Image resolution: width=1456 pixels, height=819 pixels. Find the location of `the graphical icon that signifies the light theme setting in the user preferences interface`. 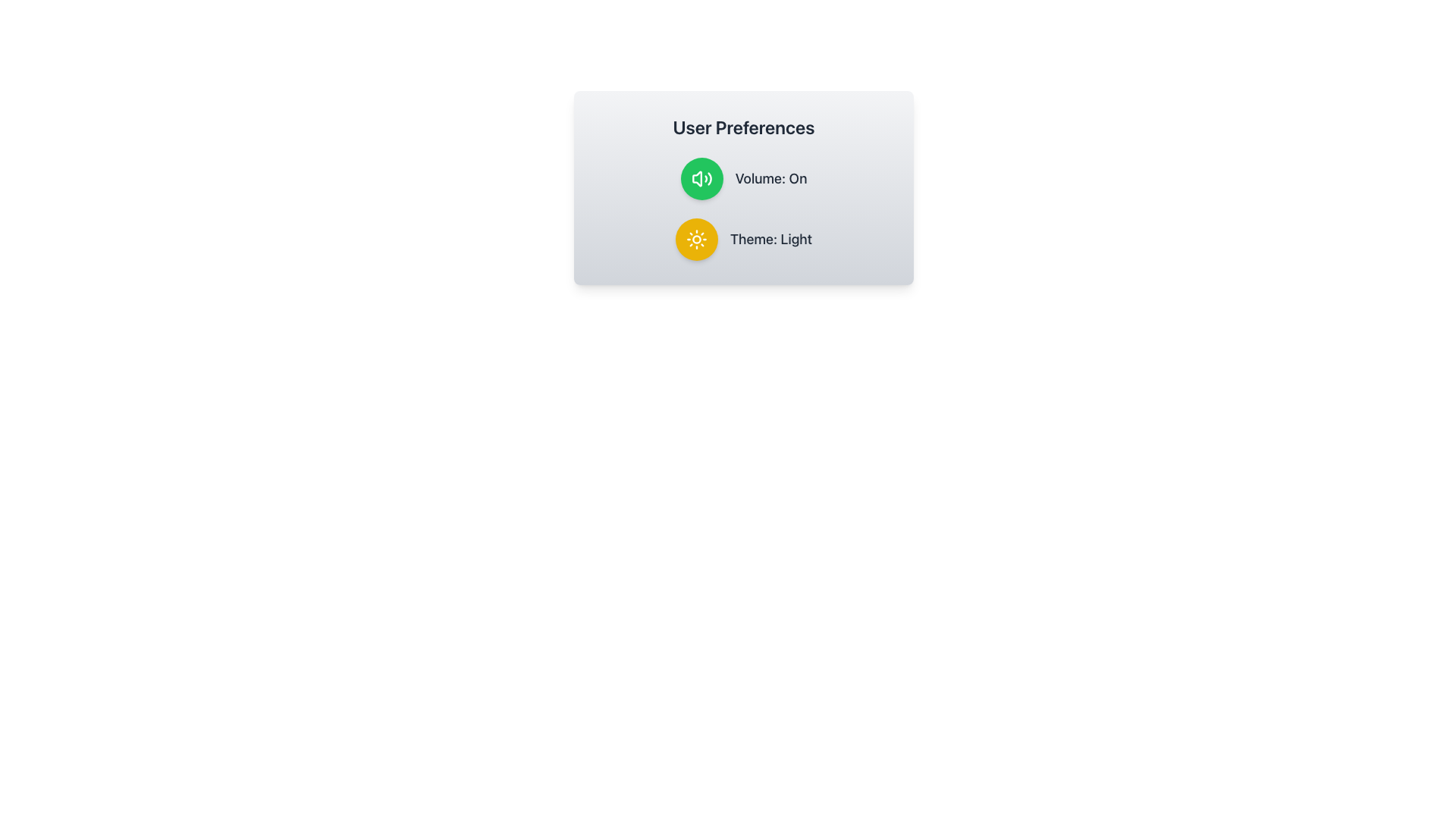

the graphical icon that signifies the light theme setting in the user preferences interface is located at coordinates (695, 239).